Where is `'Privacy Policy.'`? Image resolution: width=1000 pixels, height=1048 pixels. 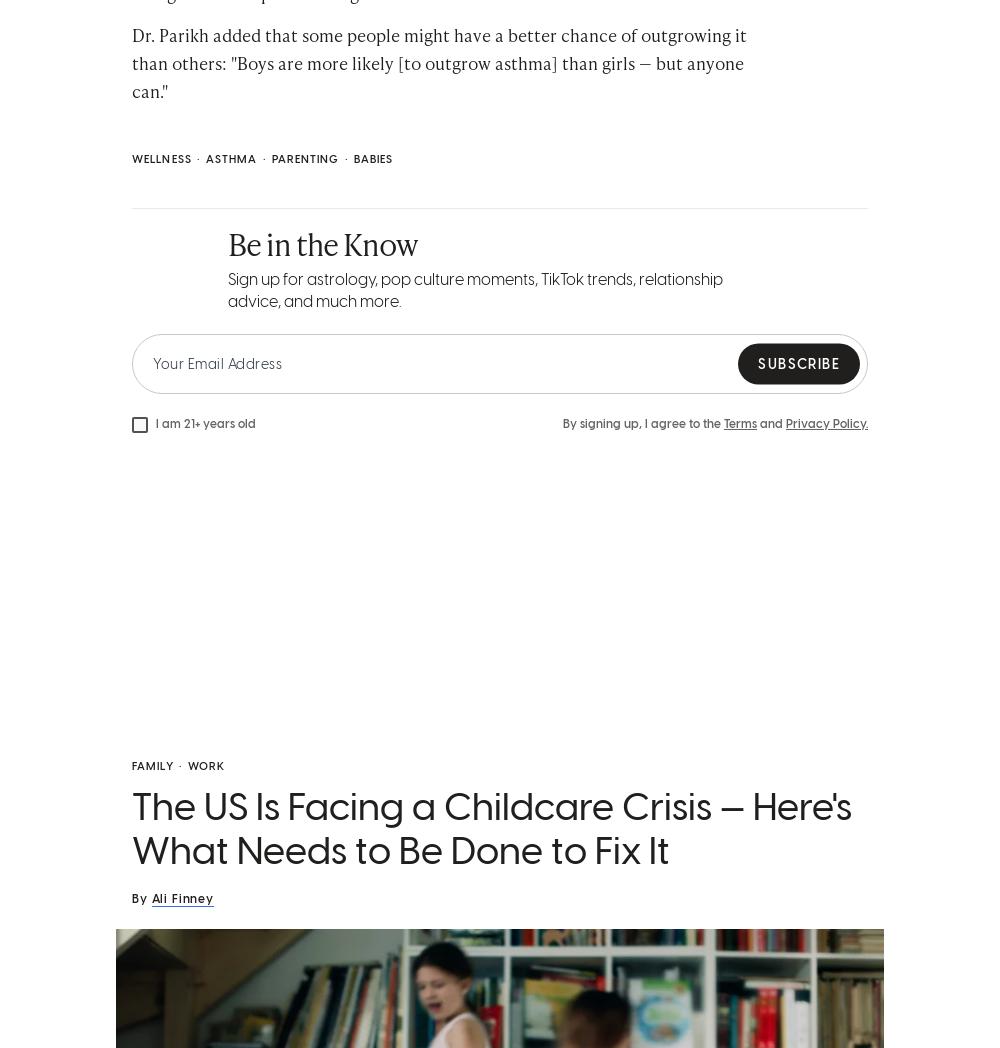
'Privacy Policy.' is located at coordinates (826, 424).